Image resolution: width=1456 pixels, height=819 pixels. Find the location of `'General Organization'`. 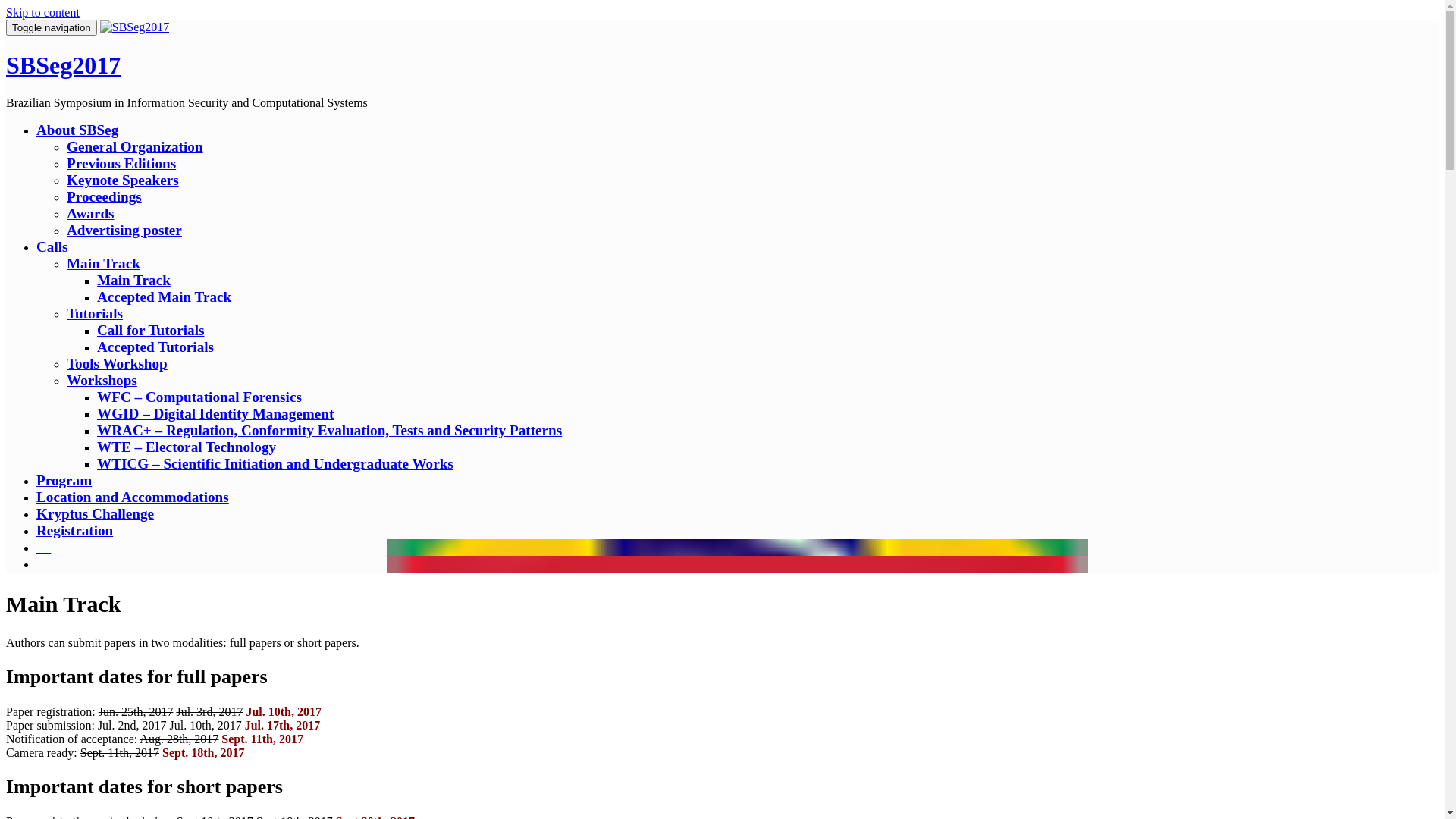

'General Organization' is located at coordinates (134, 146).